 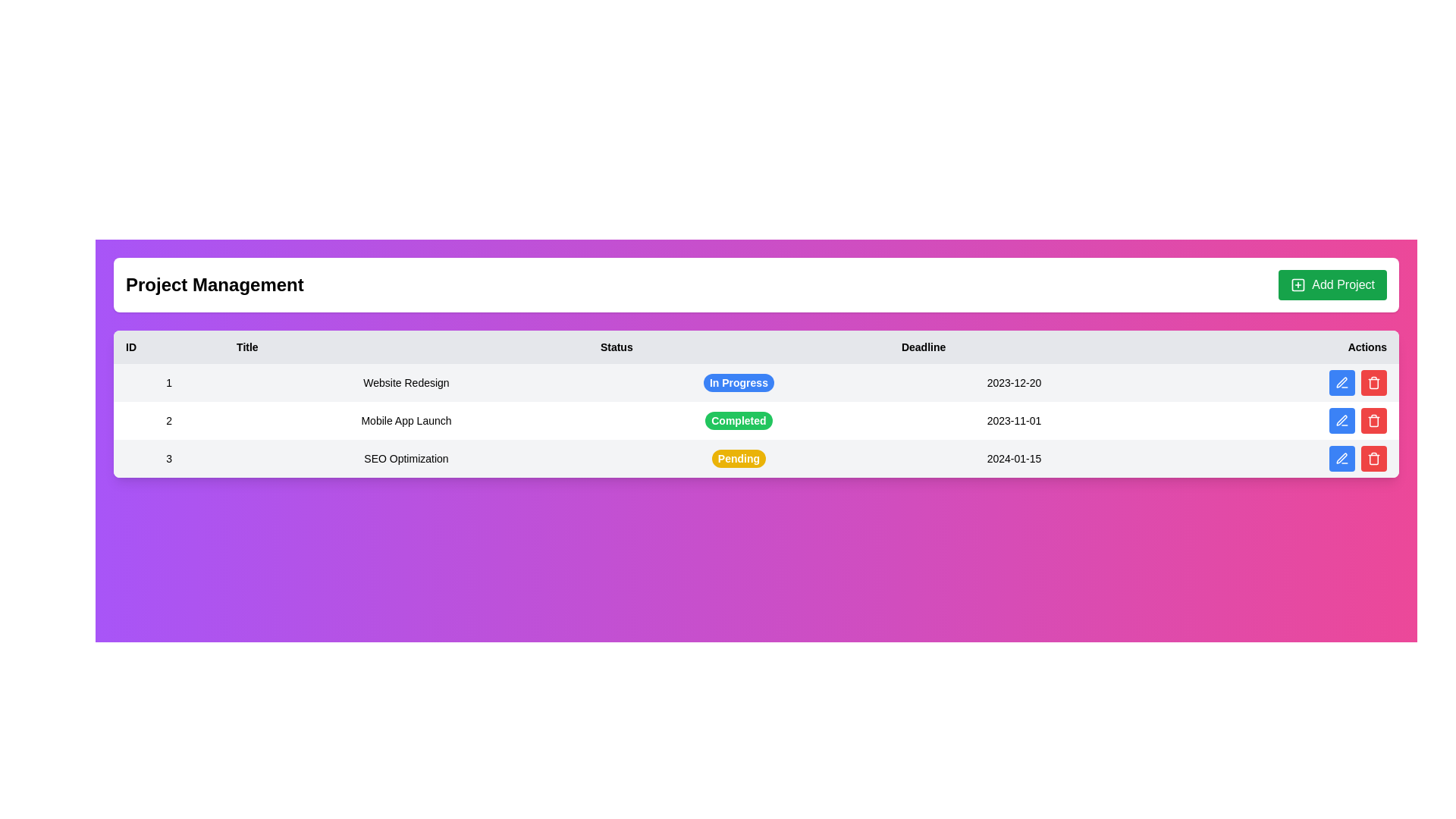 I want to click on the 'Pending' badge, which is a pill-shaped badge with a bright yellow background and white bold text, located in the 'Status' column of the third row of the project details table, so click(x=739, y=458).